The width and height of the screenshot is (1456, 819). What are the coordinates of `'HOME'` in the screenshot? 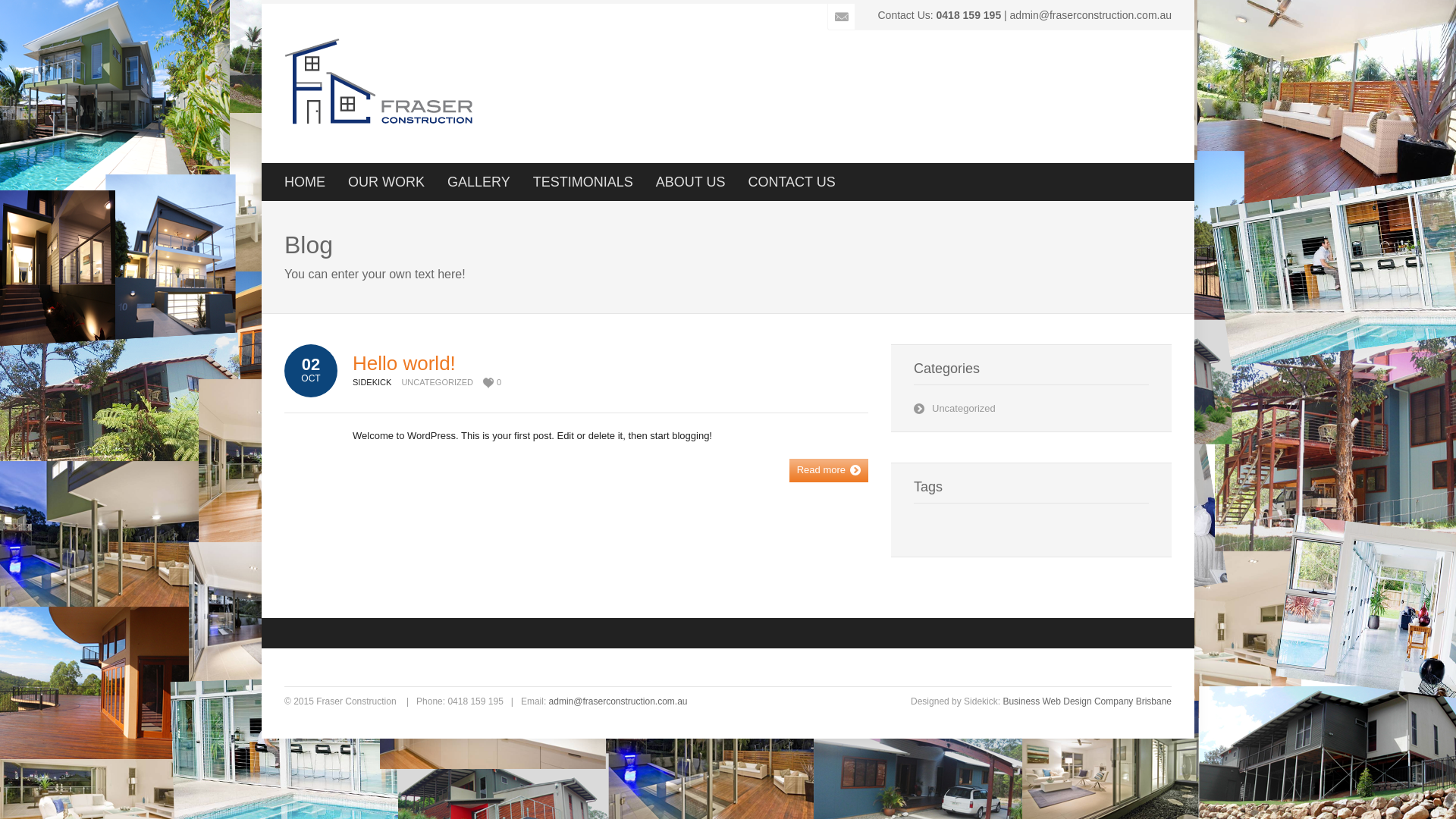 It's located at (304, 180).